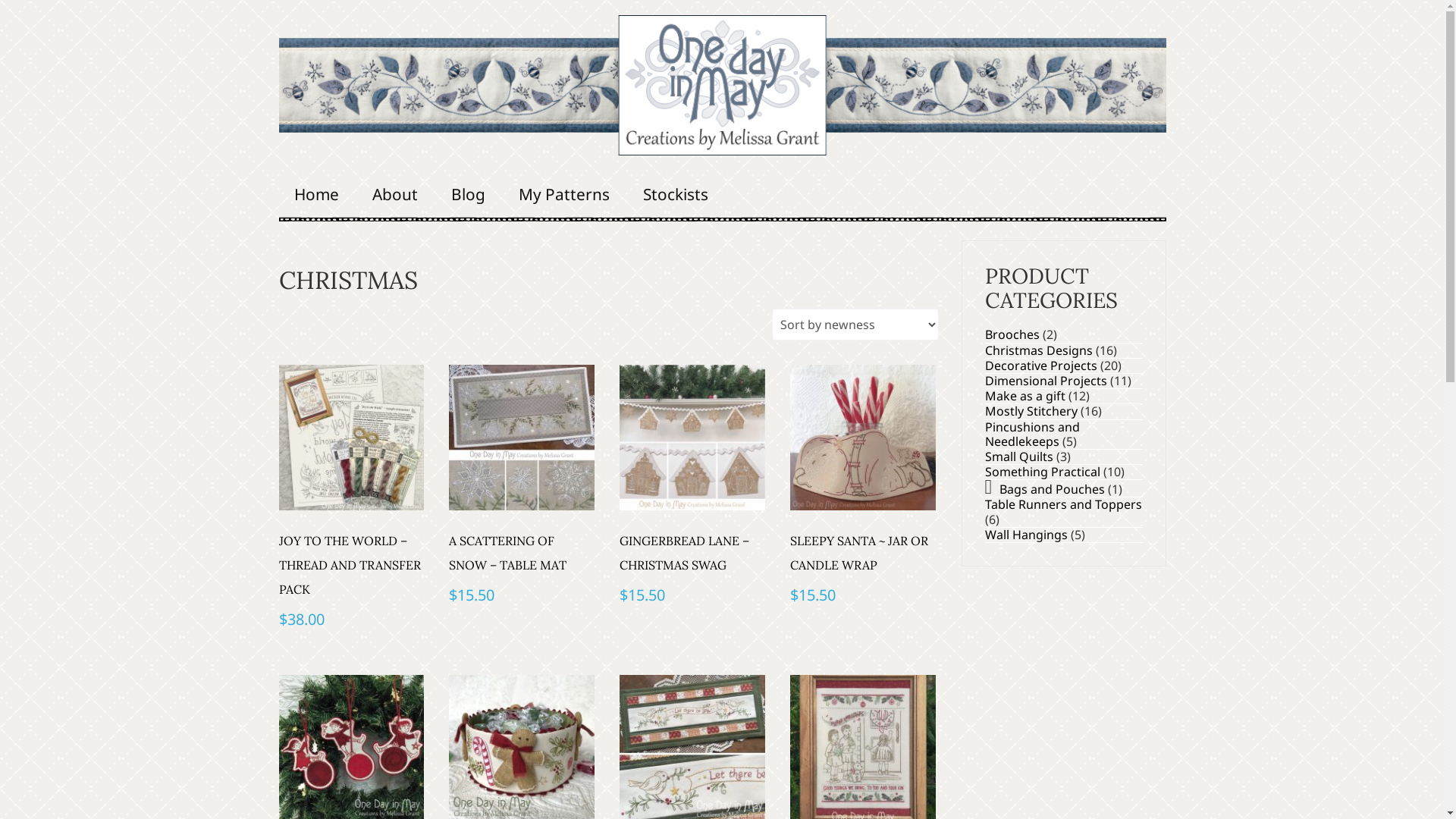 This screenshot has height=819, width=1456. Describe the element at coordinates (1030, 411) in the screenshot. I see `'Mostly Stitchery'` at that location.